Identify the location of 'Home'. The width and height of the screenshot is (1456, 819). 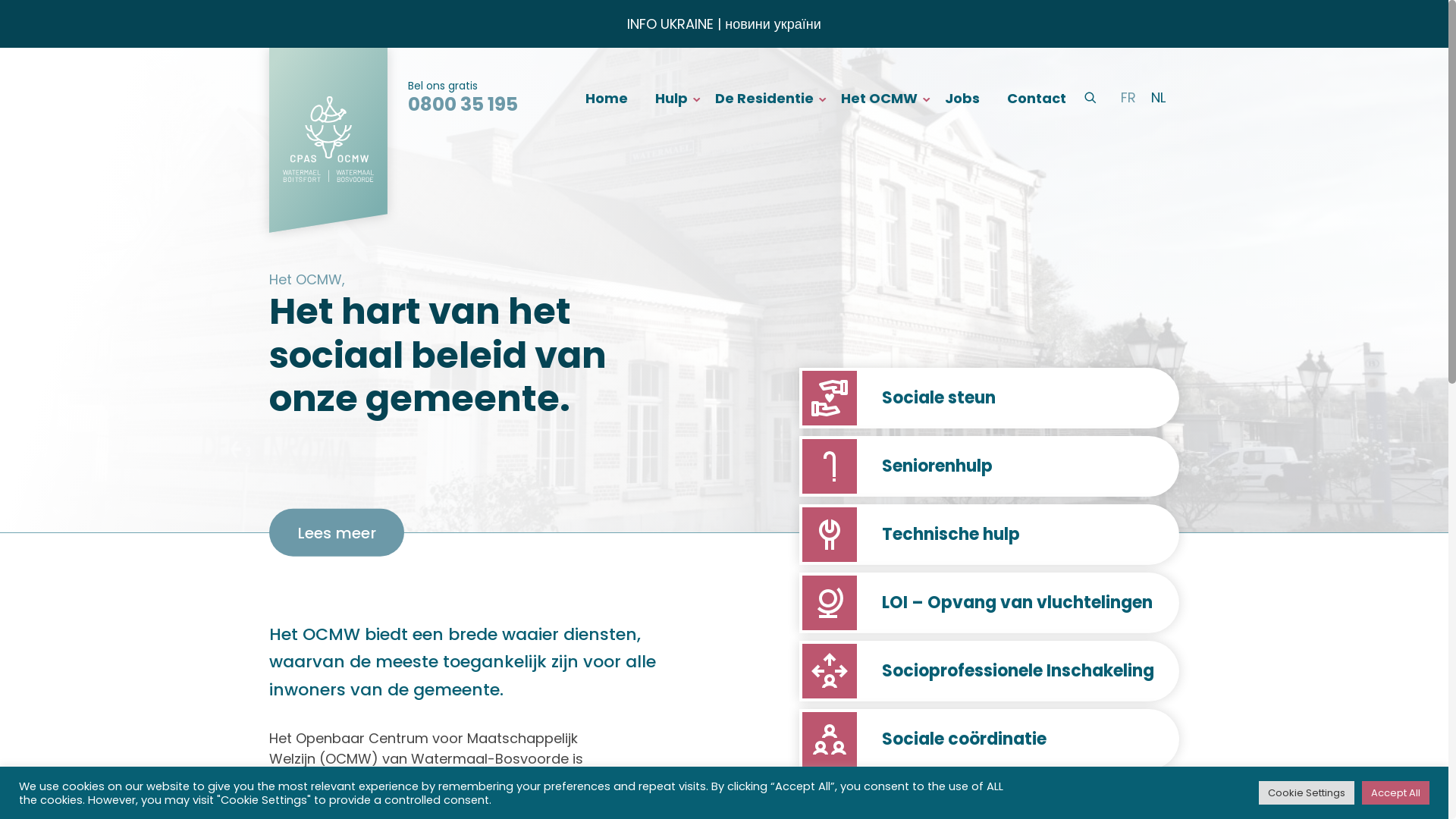
(585, 97).